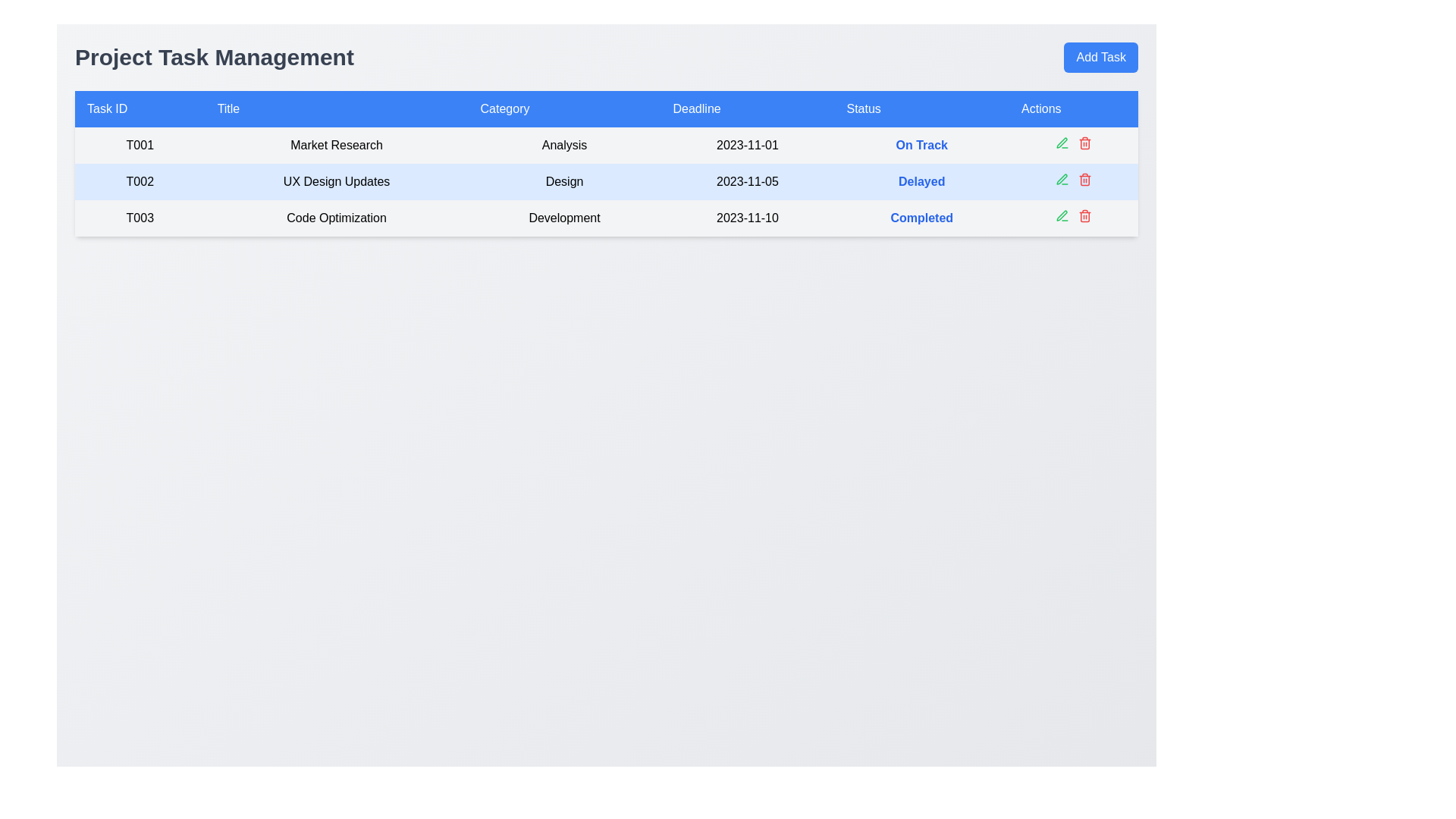  What do you see at coordinates (921, 146) in the screenshot?
I see `the static label indicating the status 'On Track' for task 'T001' located in the 'Status' column, between the 'Deadline' cell and the 'Actions' cell` at bounding box center [921, 146].